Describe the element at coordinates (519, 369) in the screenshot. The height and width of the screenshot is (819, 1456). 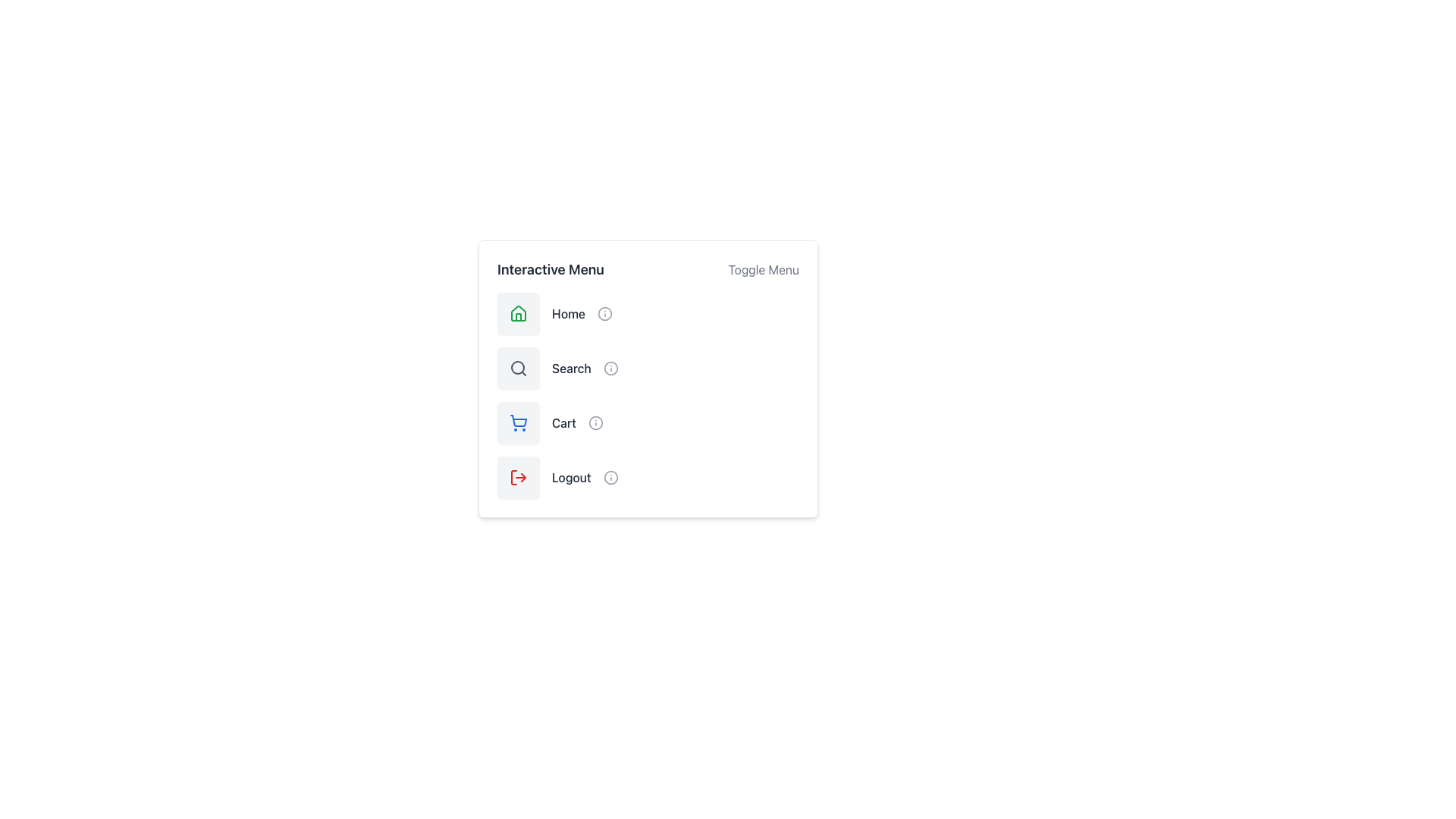
I see `the second button in the 'Interactive Menu', which is a square button with rounded corners featuring a magnifying glass icon and a gray background` at that location.